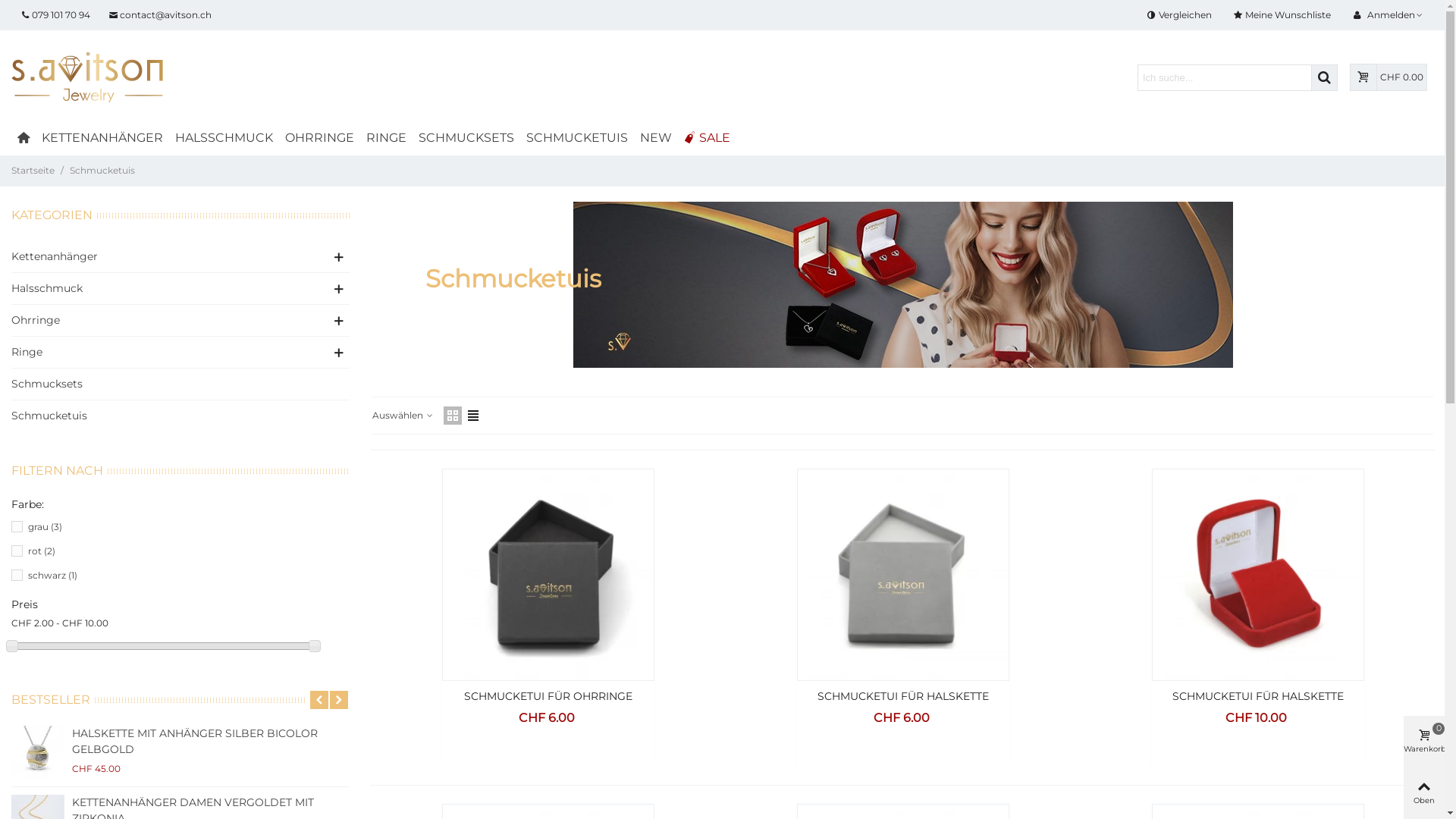  I want to click on 'SALE', so click(706, 137).